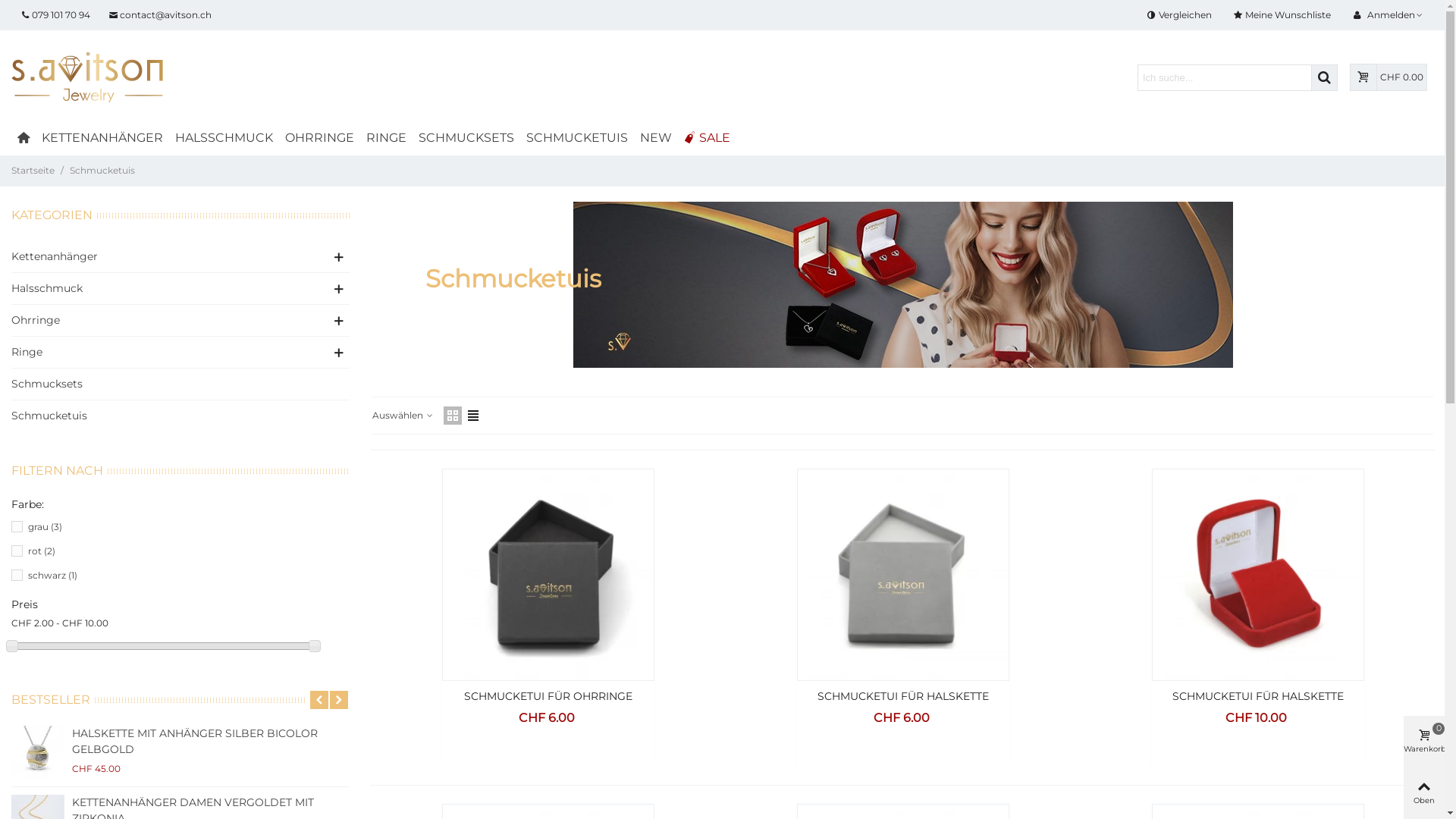  I want to click on 'SALE', so click(706, 137).